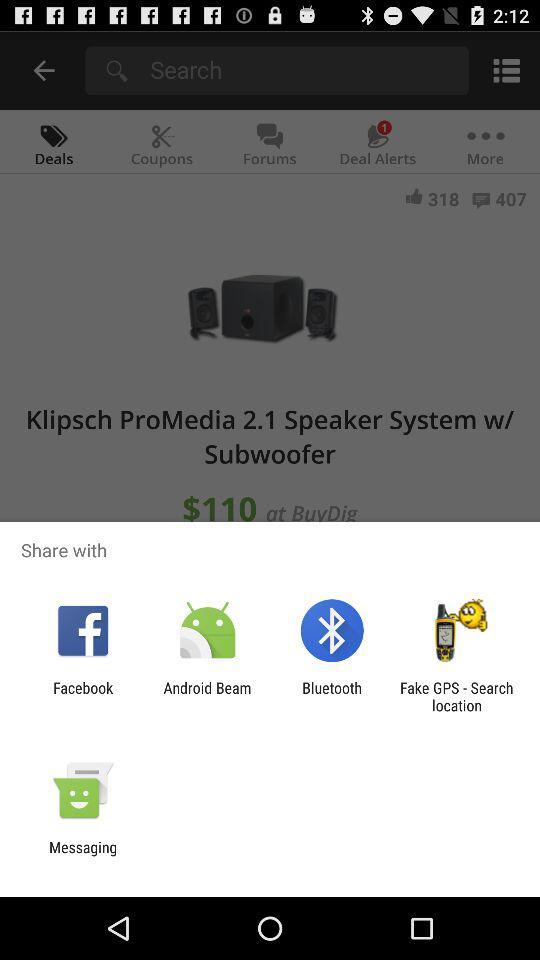  What do you see at coordinates (82, 696) in the screenshot?
I see `facebook` at bounding box center [82, 696].